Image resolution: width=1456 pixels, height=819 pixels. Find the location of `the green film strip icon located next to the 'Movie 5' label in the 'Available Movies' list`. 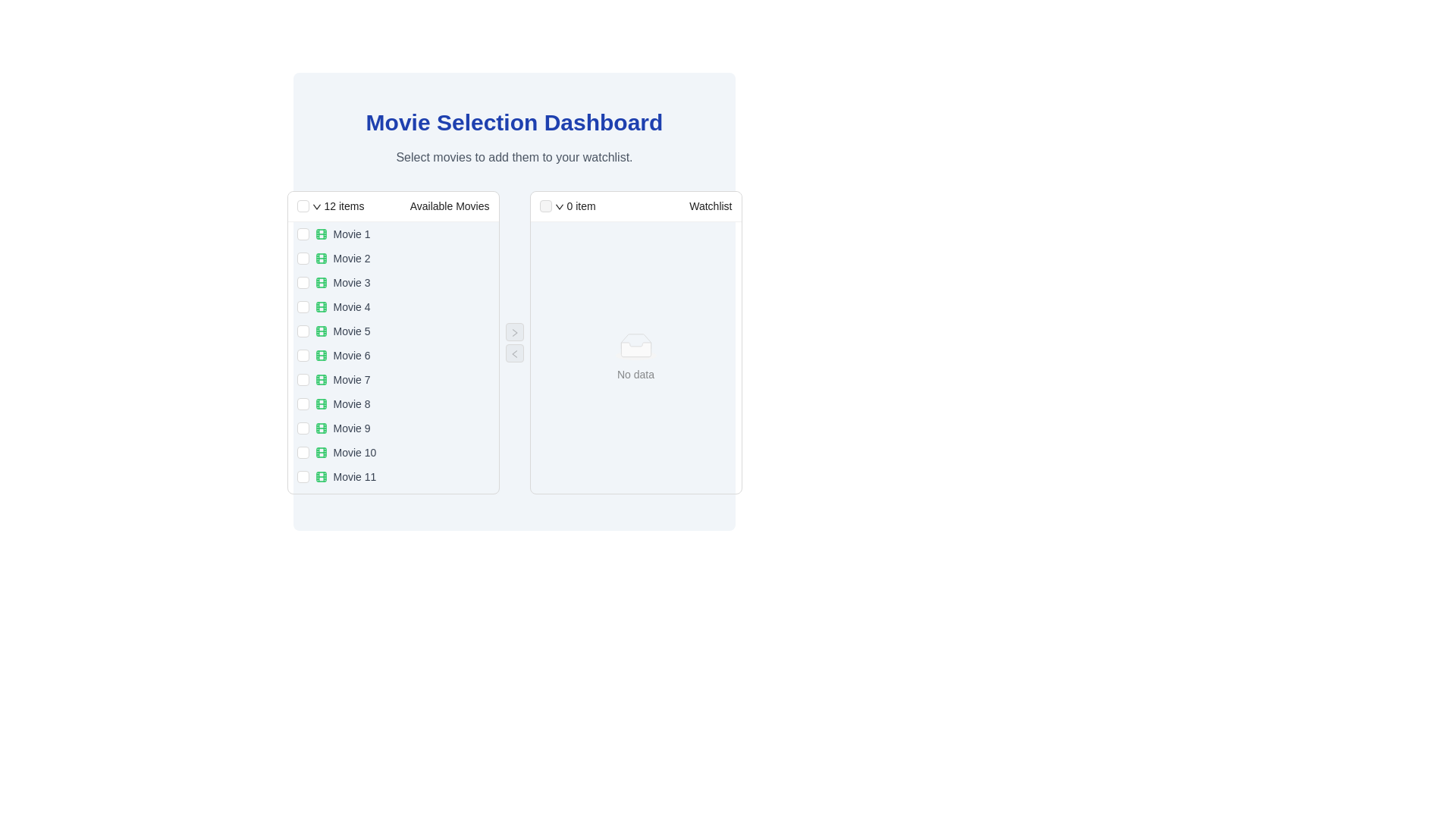

the green film strip icon located next to the 'Movie 5' label in the 'Available Movies' list is located at coordinates (320, 330).